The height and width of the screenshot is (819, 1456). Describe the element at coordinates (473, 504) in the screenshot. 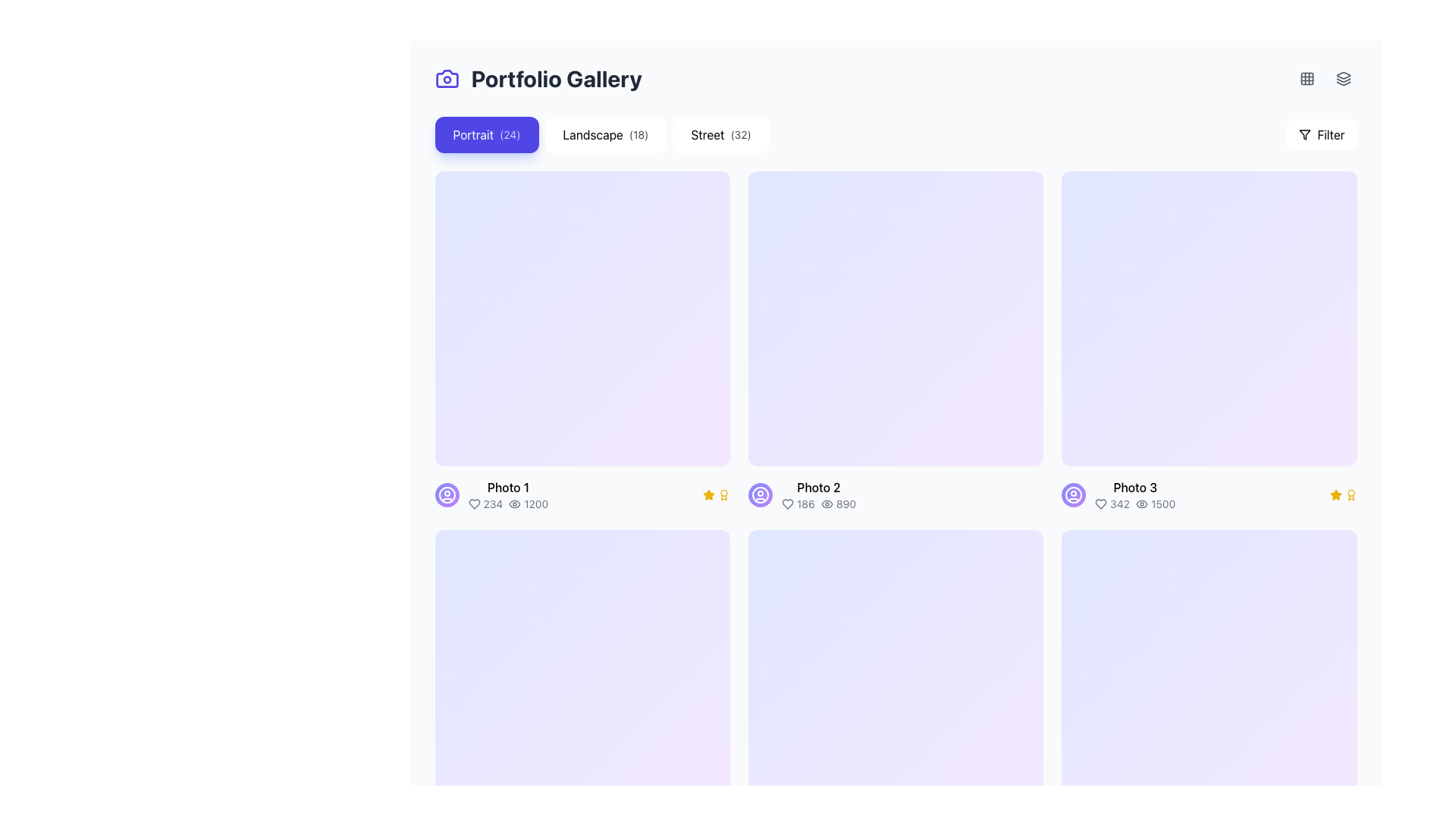

I see `the heart-shaped icon located in the 'Photo 1' section near the lower left corner under the image thumbnail to like or unlike` at that location.